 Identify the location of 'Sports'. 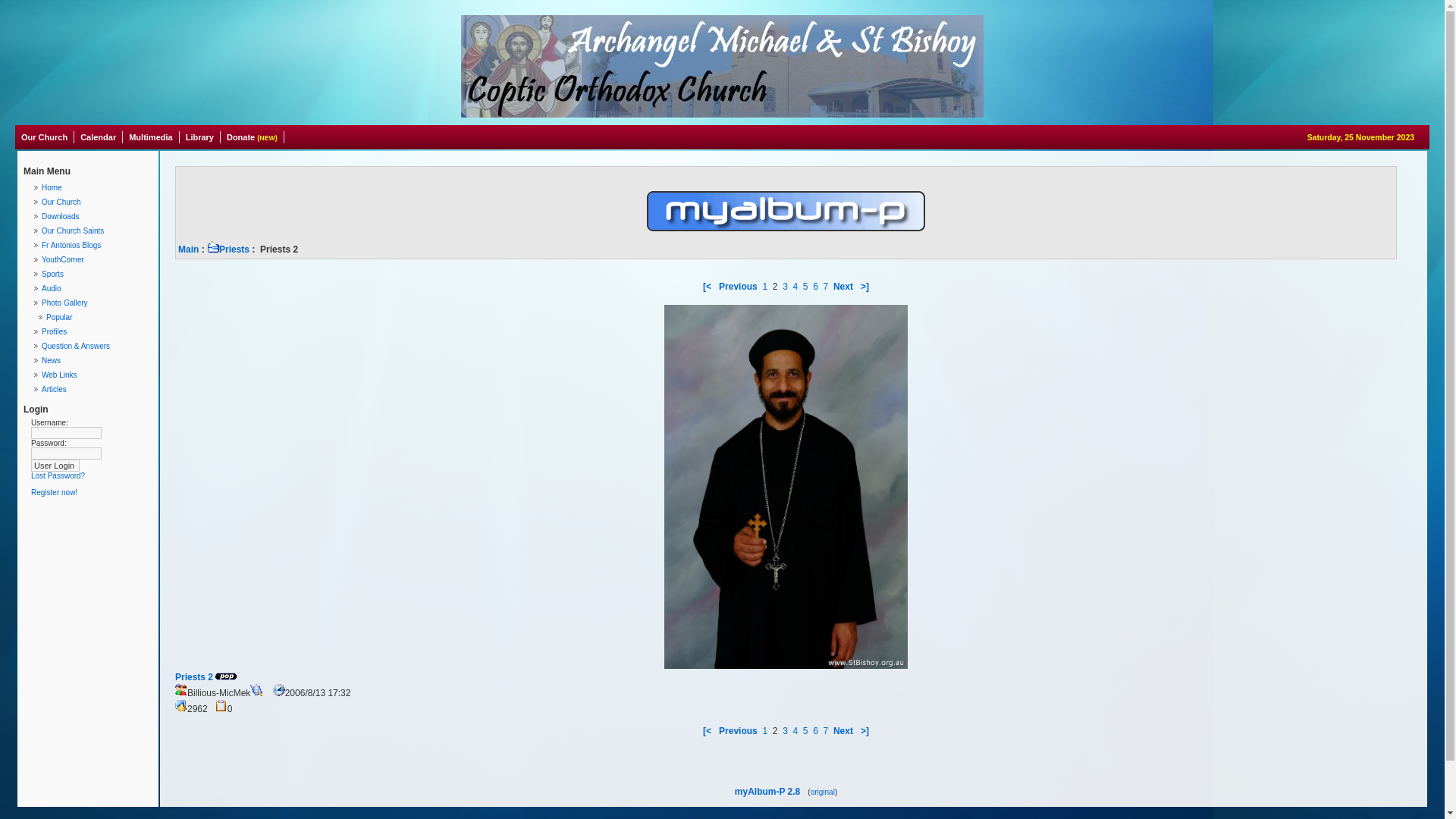
(90, 274).